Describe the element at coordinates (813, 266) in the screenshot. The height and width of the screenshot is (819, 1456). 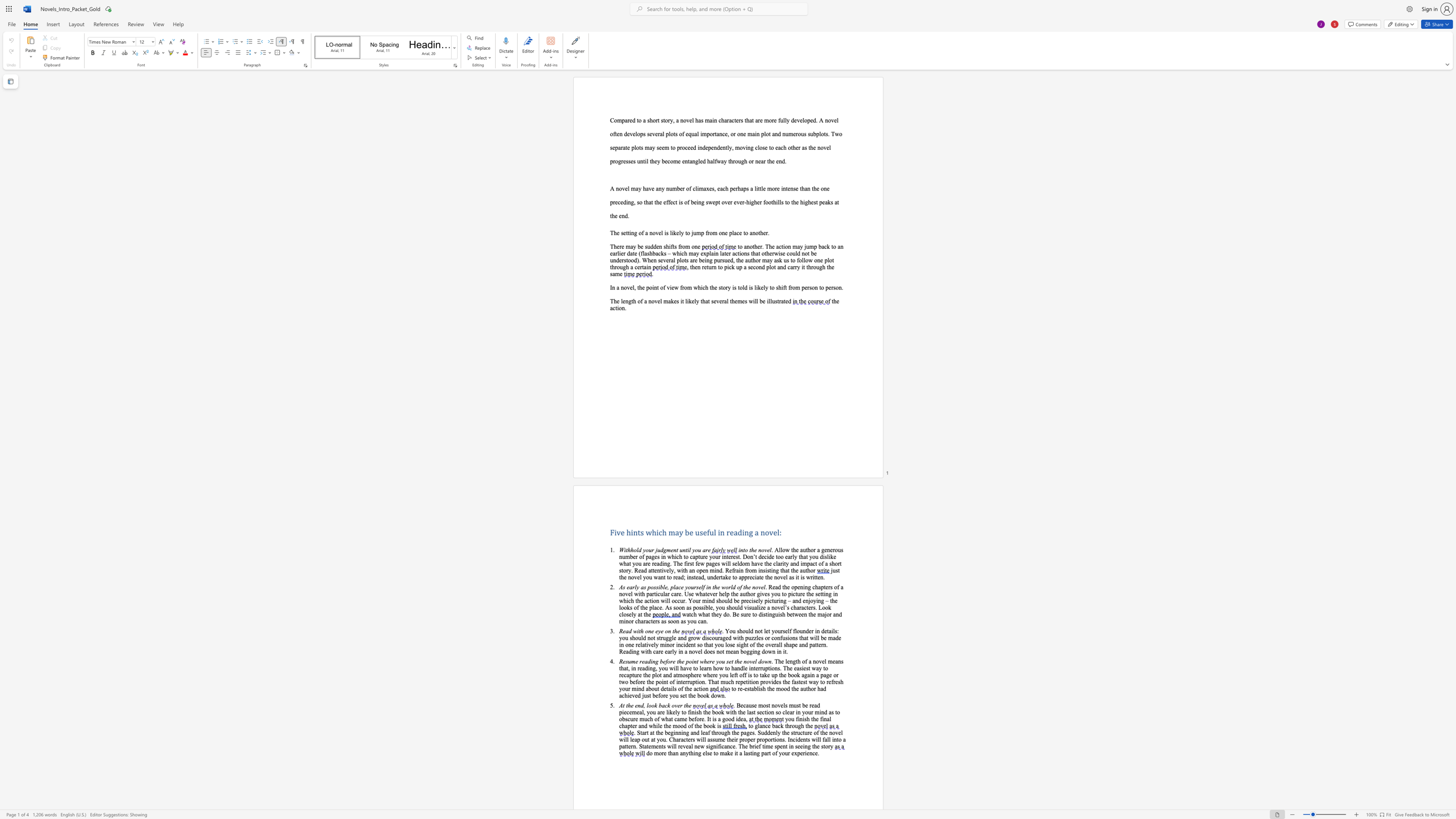
I see `the subset text "ou" within the text ", then return to pick up a second plot and carry it through the same"` at that location.